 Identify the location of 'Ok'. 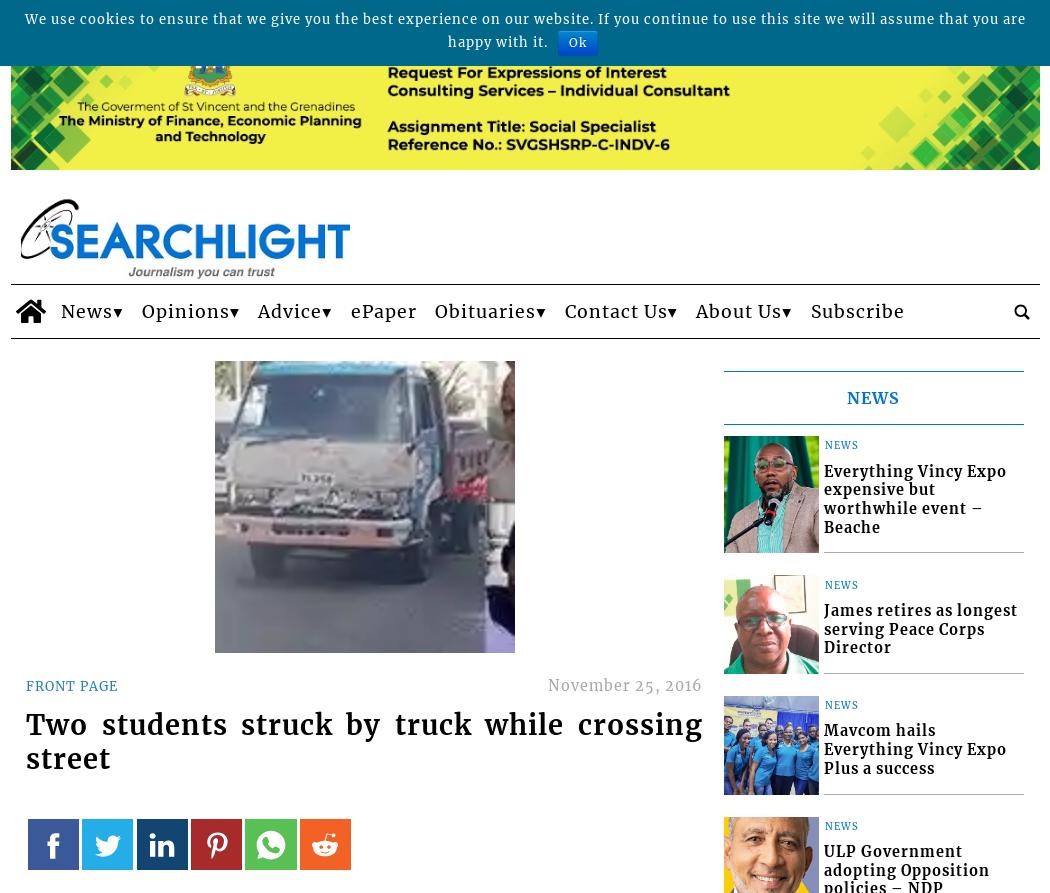
(577, 42).